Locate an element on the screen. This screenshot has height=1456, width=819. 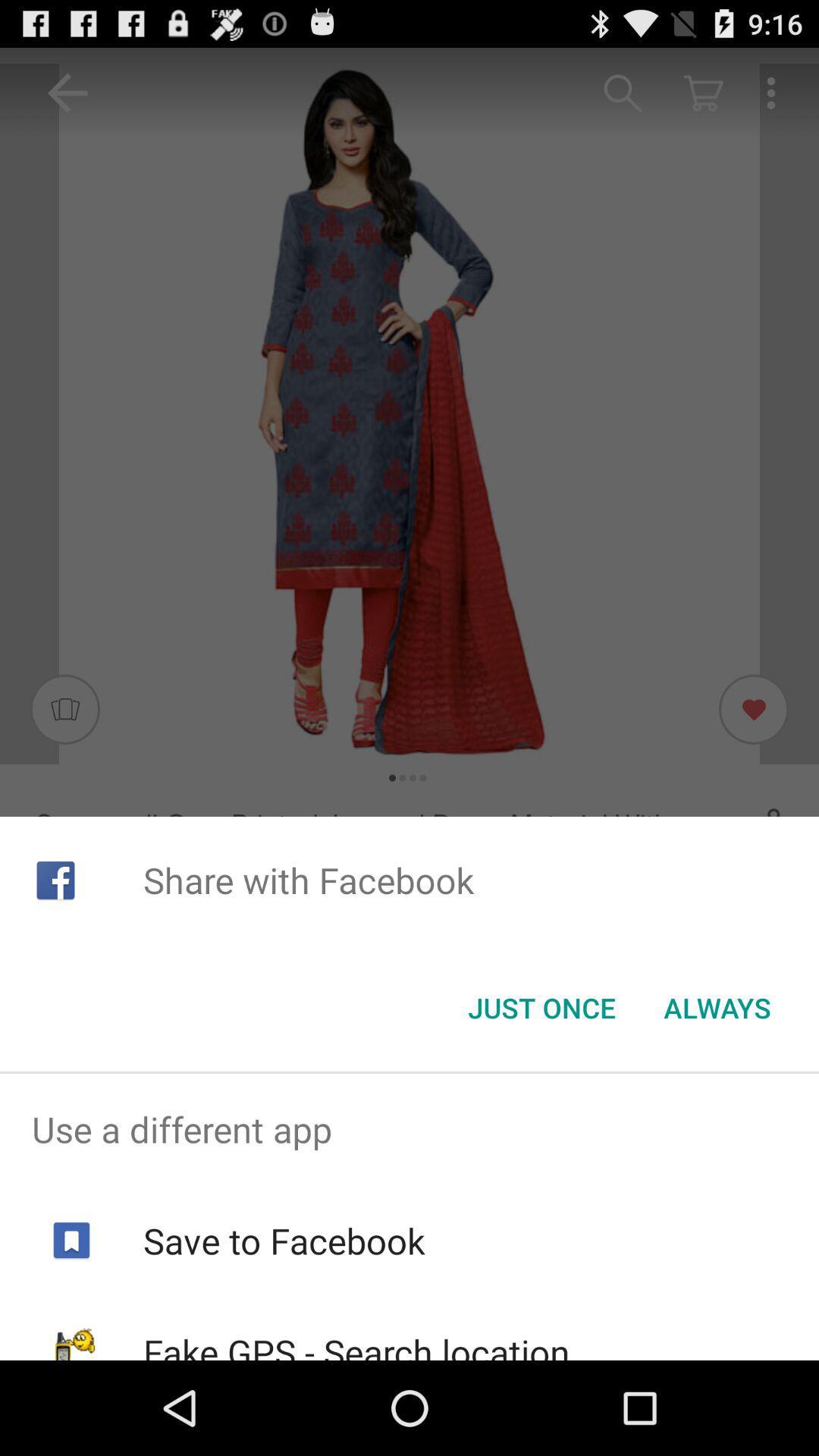
the icon below save to facebook icon is located at coordinates (356, 1344).